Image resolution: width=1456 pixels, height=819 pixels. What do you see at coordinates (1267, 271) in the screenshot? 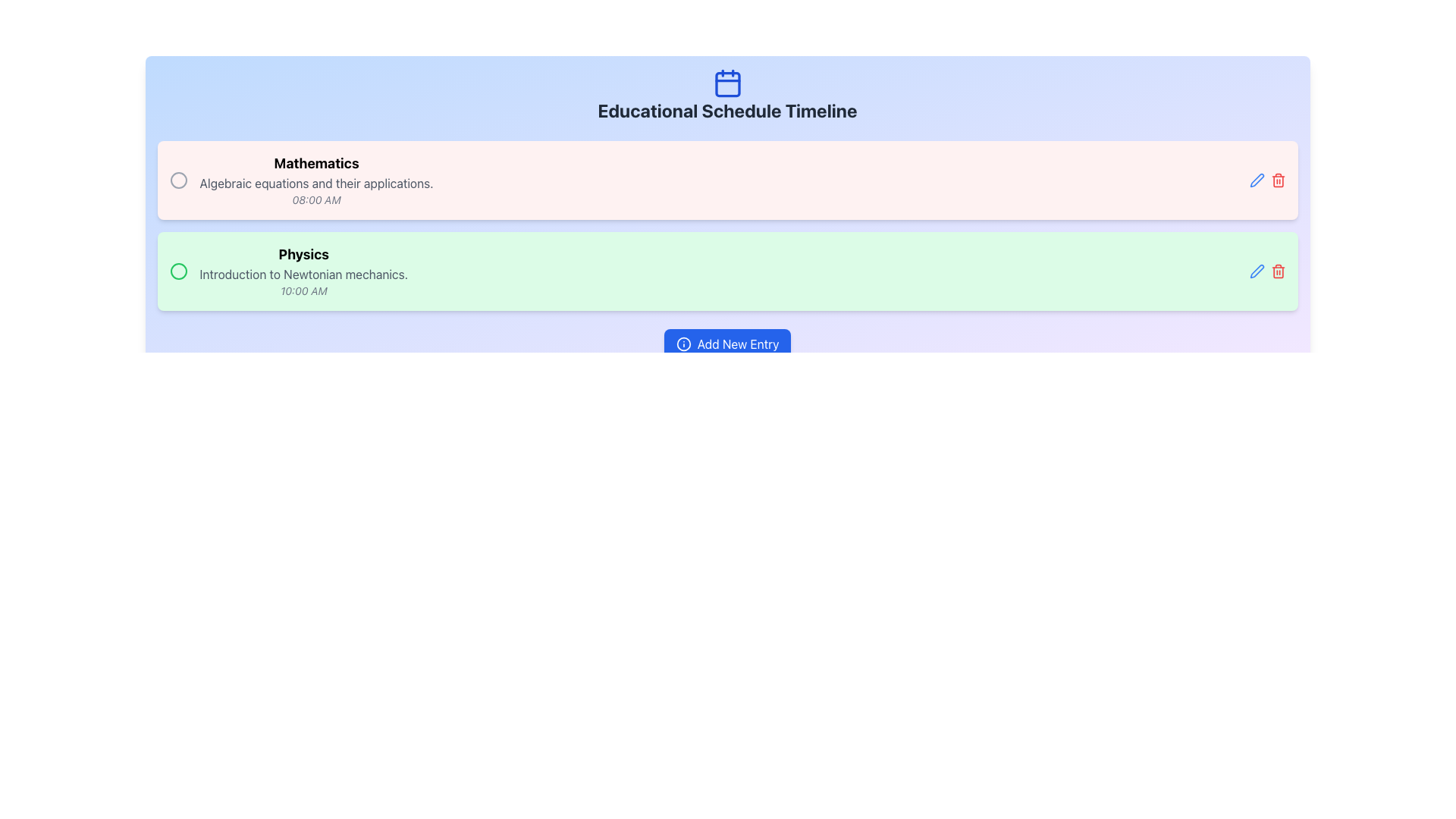
I see `the pencil icon located at the bottom right corner of the green box titled 'Physics'` at bounding box center [1267, 271].